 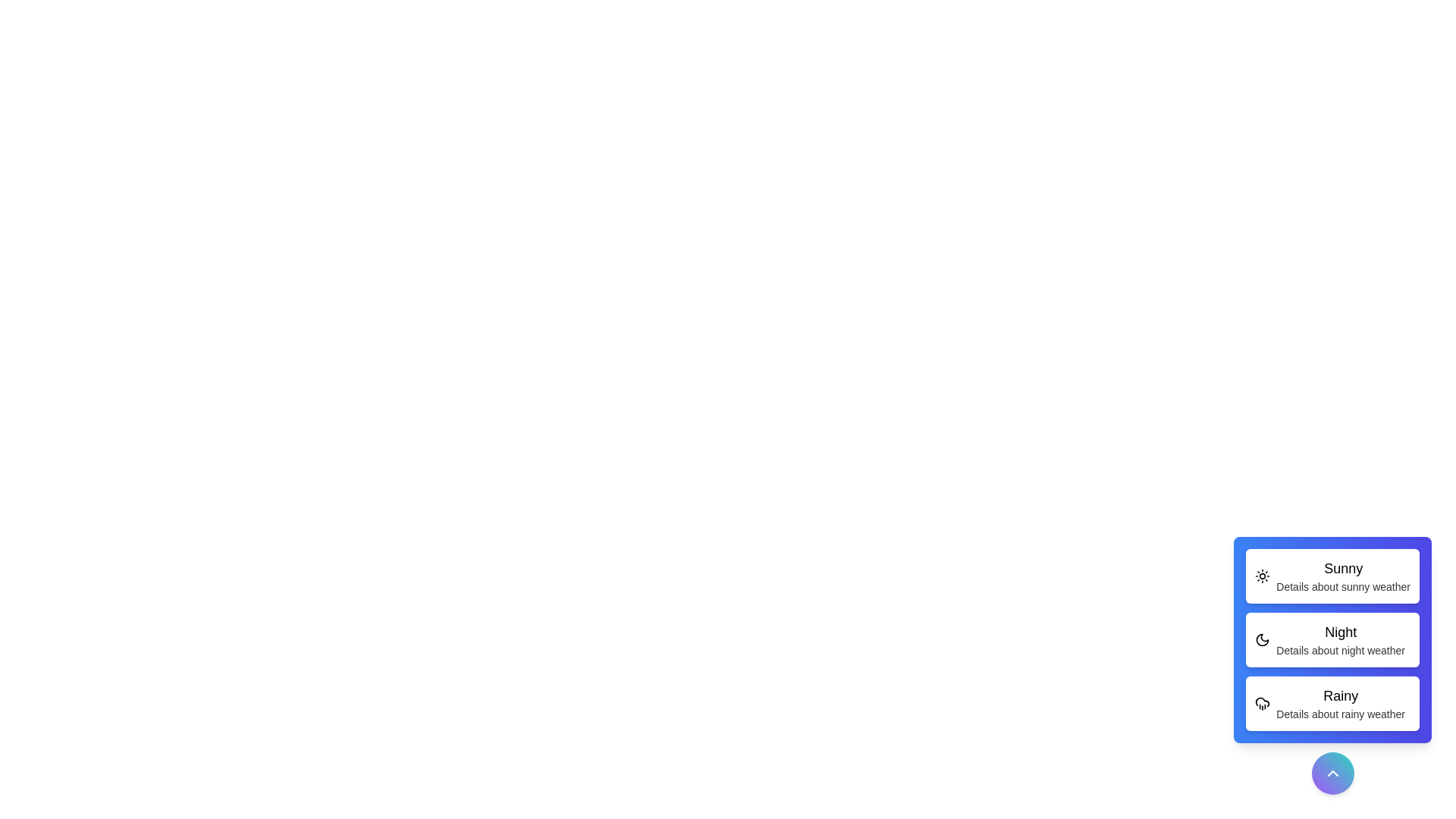 I want to click on toggle button at the bottom of the menu to change its visibility state, so click(x=1332, y=773).